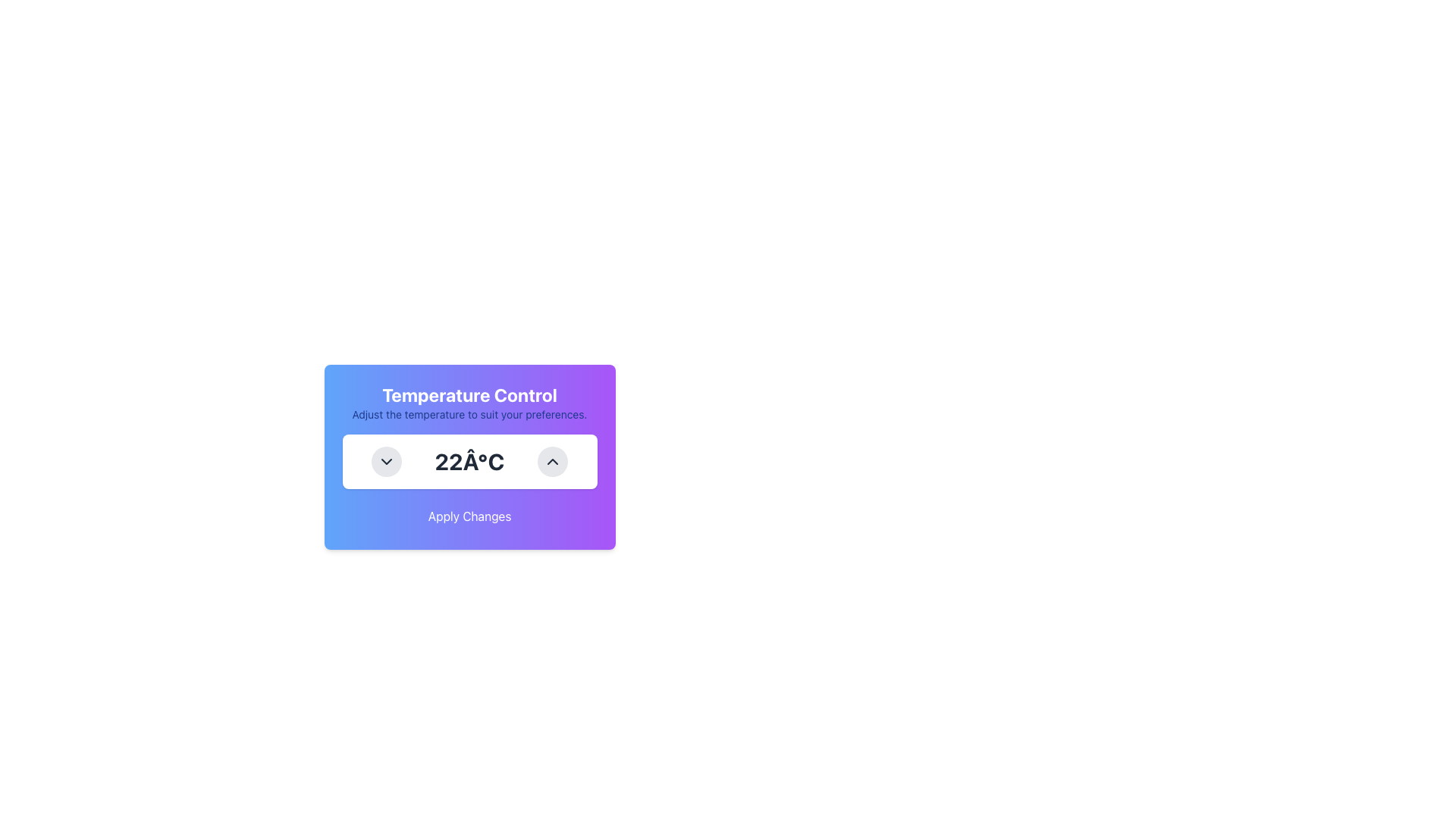 Image resolution: width=1456 pixels, height=819 pixels. What do you see at coordinates (469, 461) in the screenshot?
I see `the static text element displaying the current temperature setting, located at the center of the temperature control options interface` at bounding box center [469, 461].